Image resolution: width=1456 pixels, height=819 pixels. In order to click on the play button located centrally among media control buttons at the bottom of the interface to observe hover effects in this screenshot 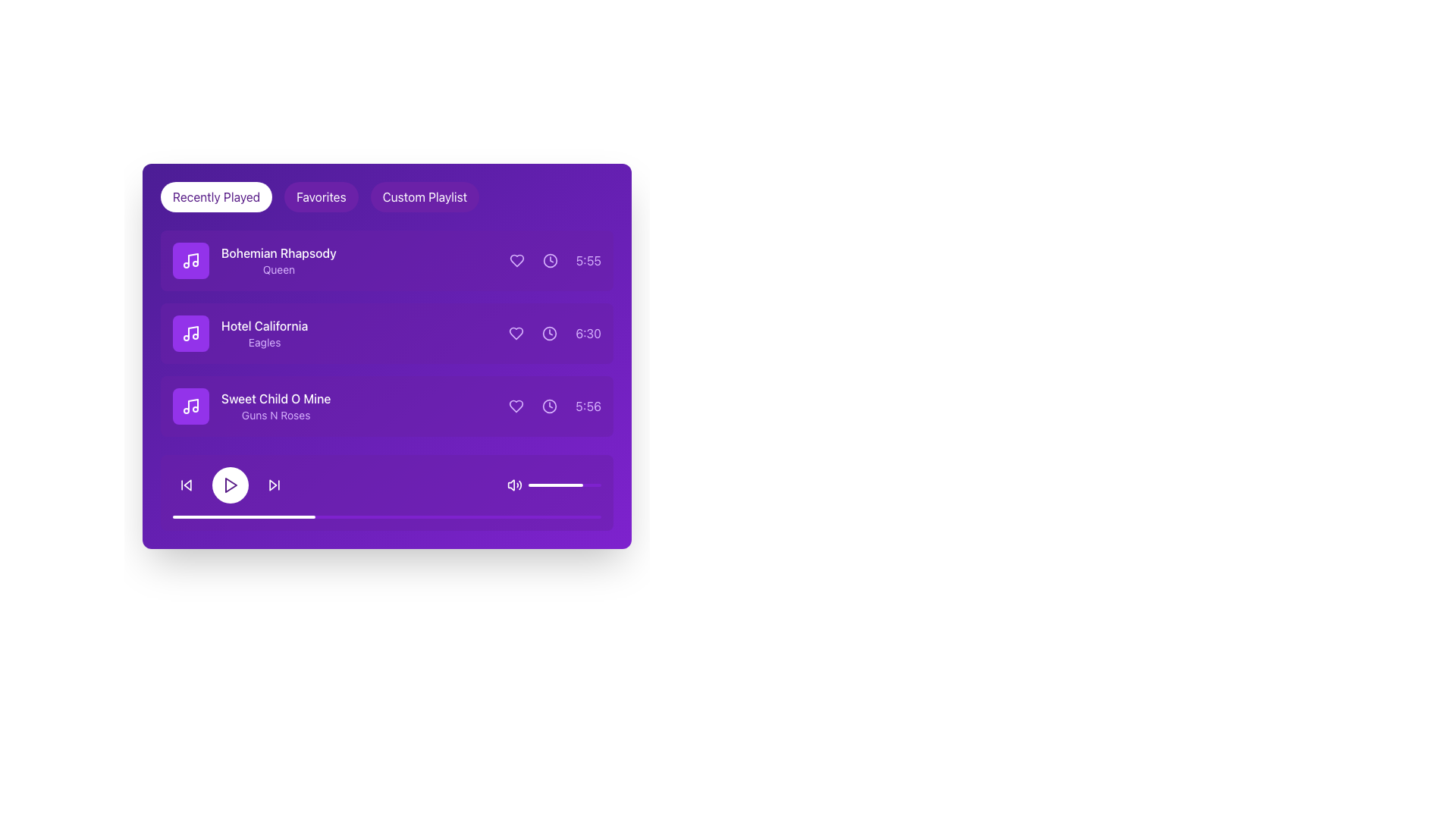, I will do `click(229, 485)`.